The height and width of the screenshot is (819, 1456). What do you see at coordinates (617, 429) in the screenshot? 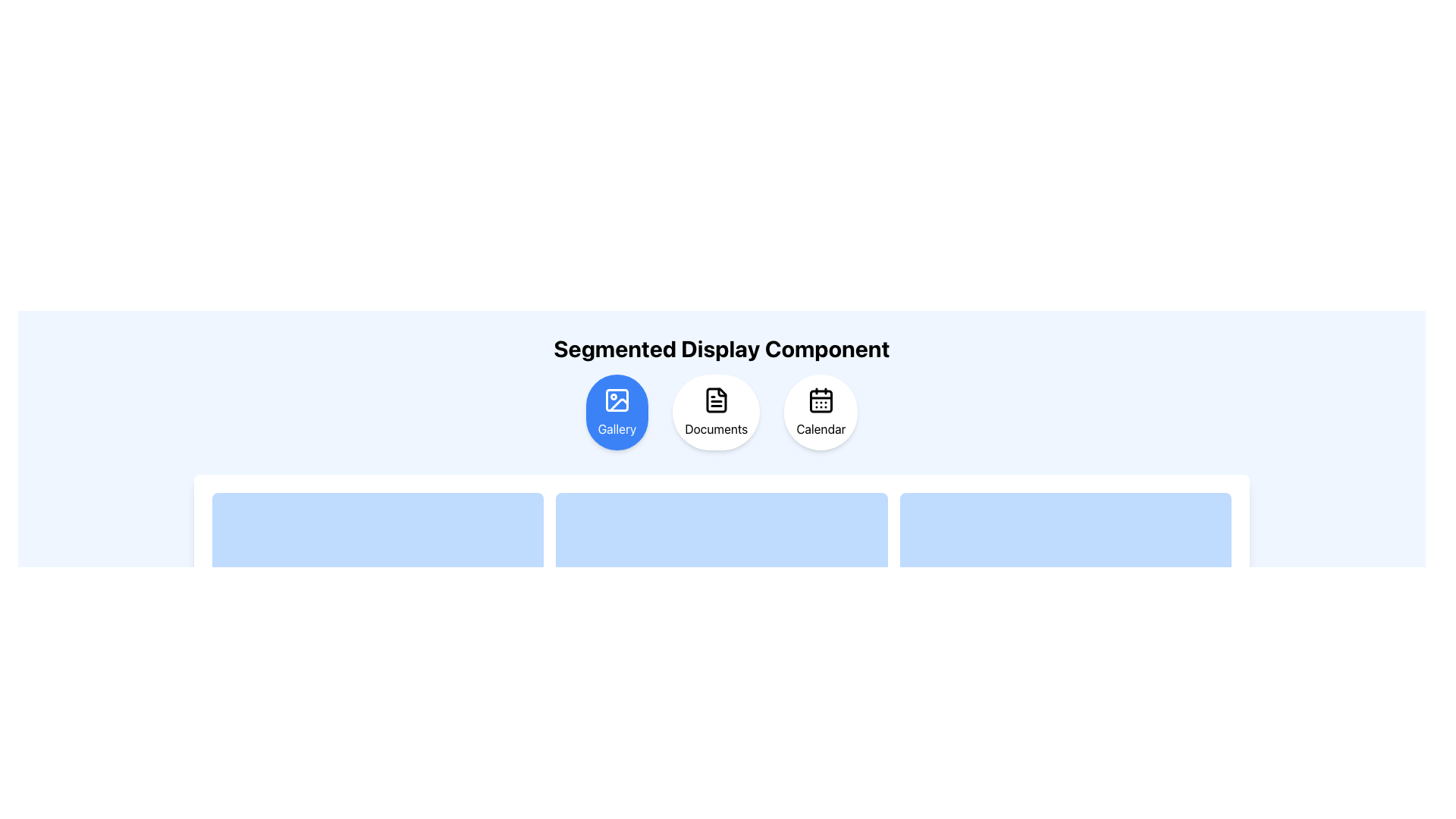
I see `text label indicating the function of the leftmost button, which accesses the 'Gallery' feature` at bounding box center [617, 429].